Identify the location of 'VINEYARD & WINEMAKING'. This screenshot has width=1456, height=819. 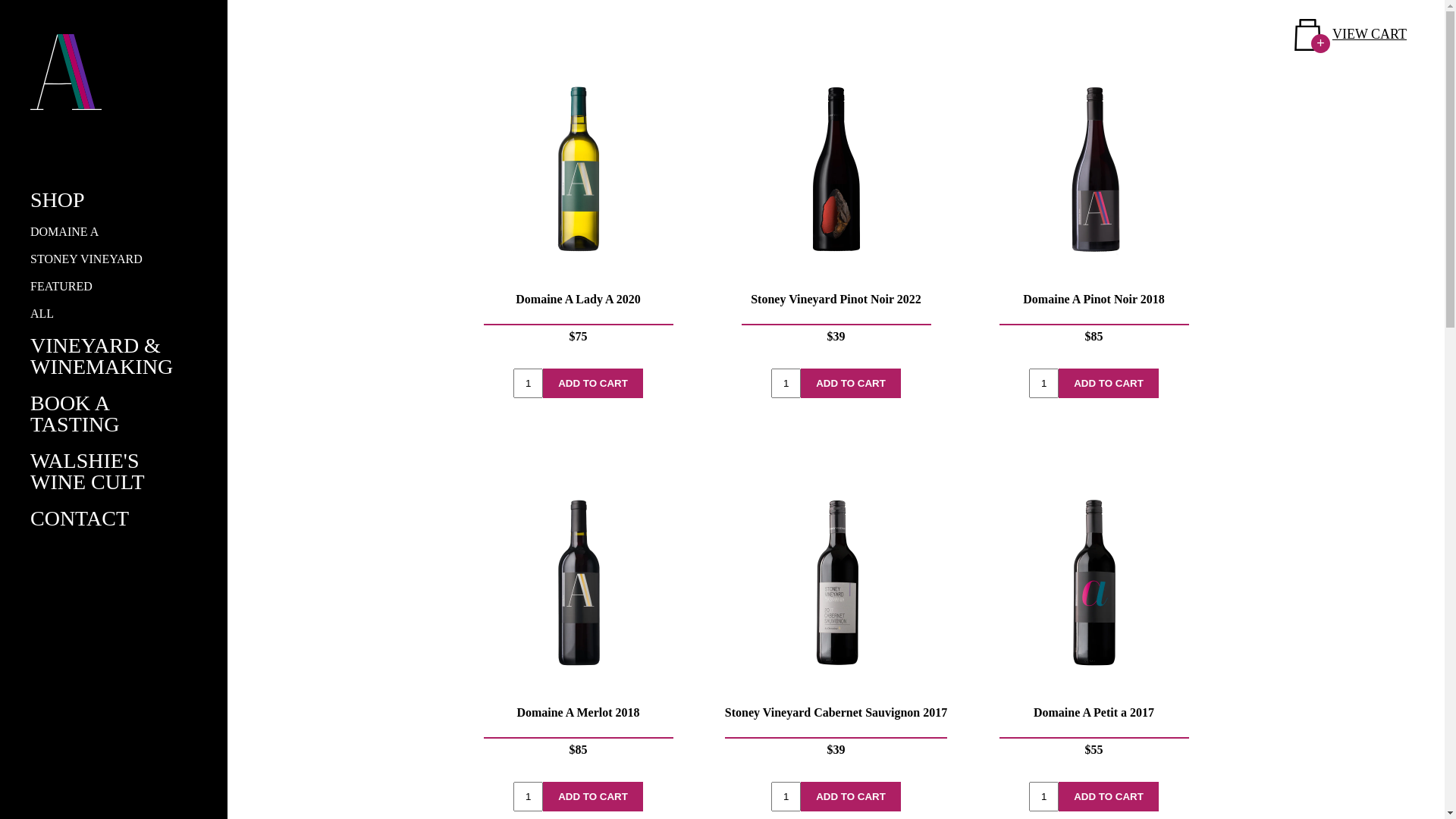
(101, 356).